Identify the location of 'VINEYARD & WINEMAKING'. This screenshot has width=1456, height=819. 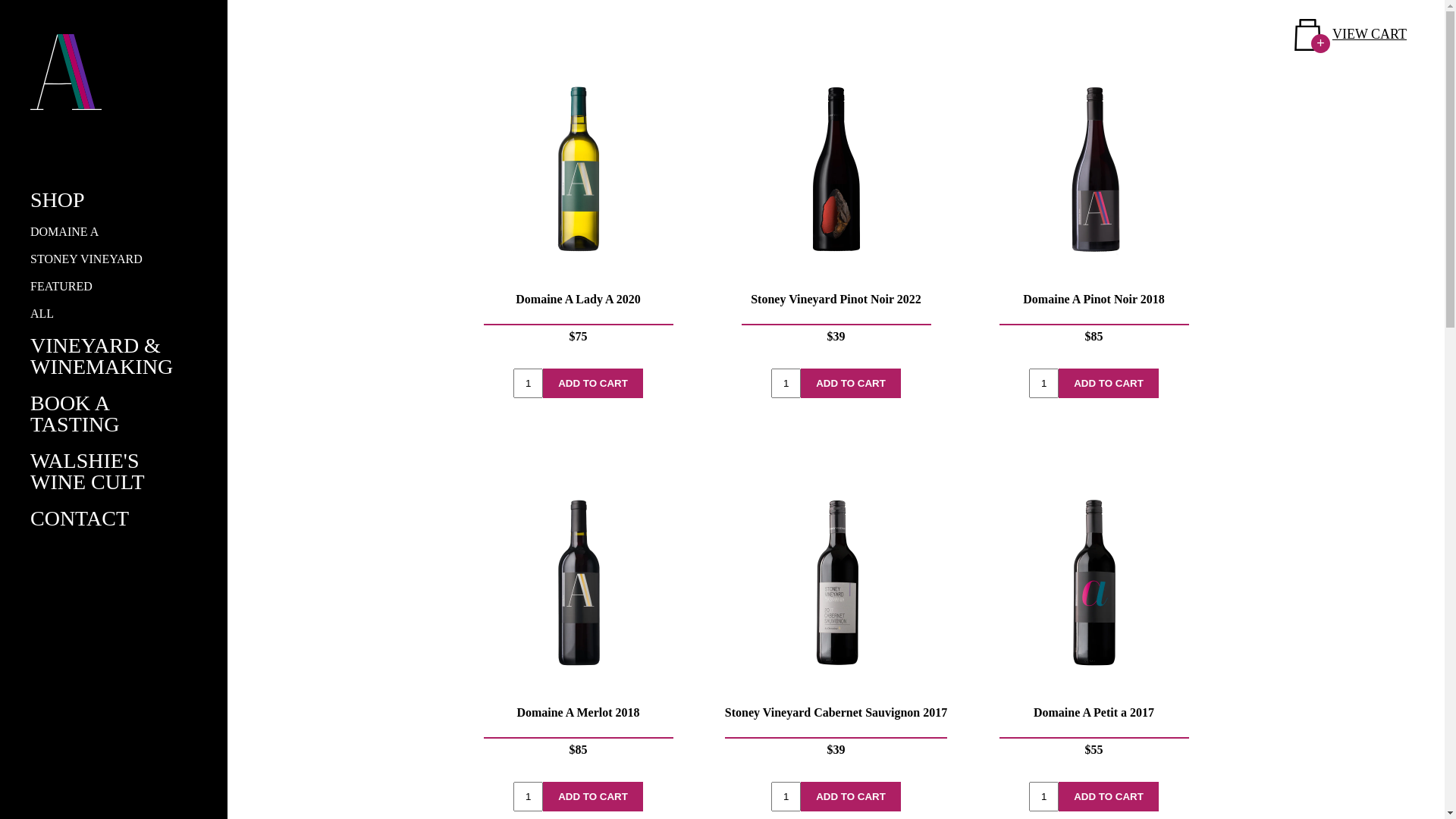
(101, 356).